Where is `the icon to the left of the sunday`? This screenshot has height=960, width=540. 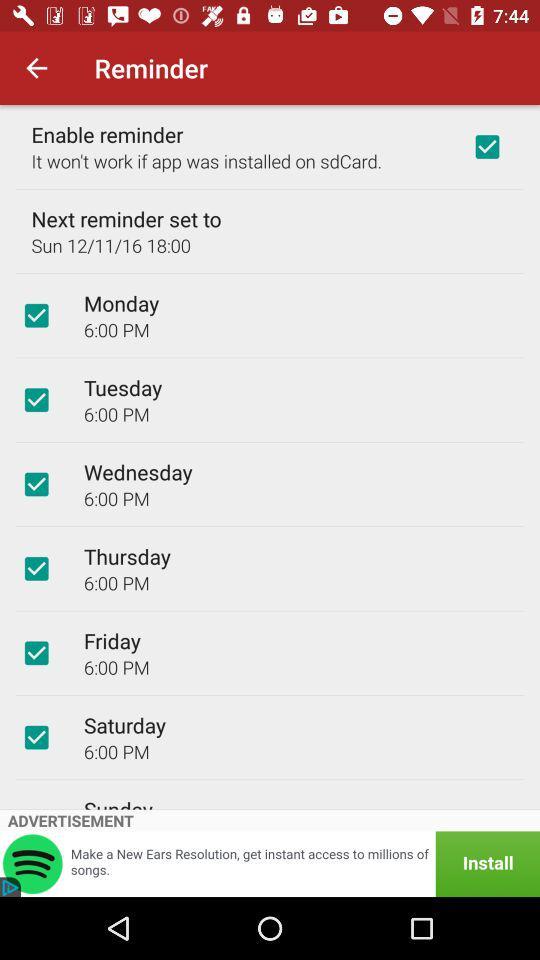 the icon to the left of the sunday is located at coordinates (36, 805).